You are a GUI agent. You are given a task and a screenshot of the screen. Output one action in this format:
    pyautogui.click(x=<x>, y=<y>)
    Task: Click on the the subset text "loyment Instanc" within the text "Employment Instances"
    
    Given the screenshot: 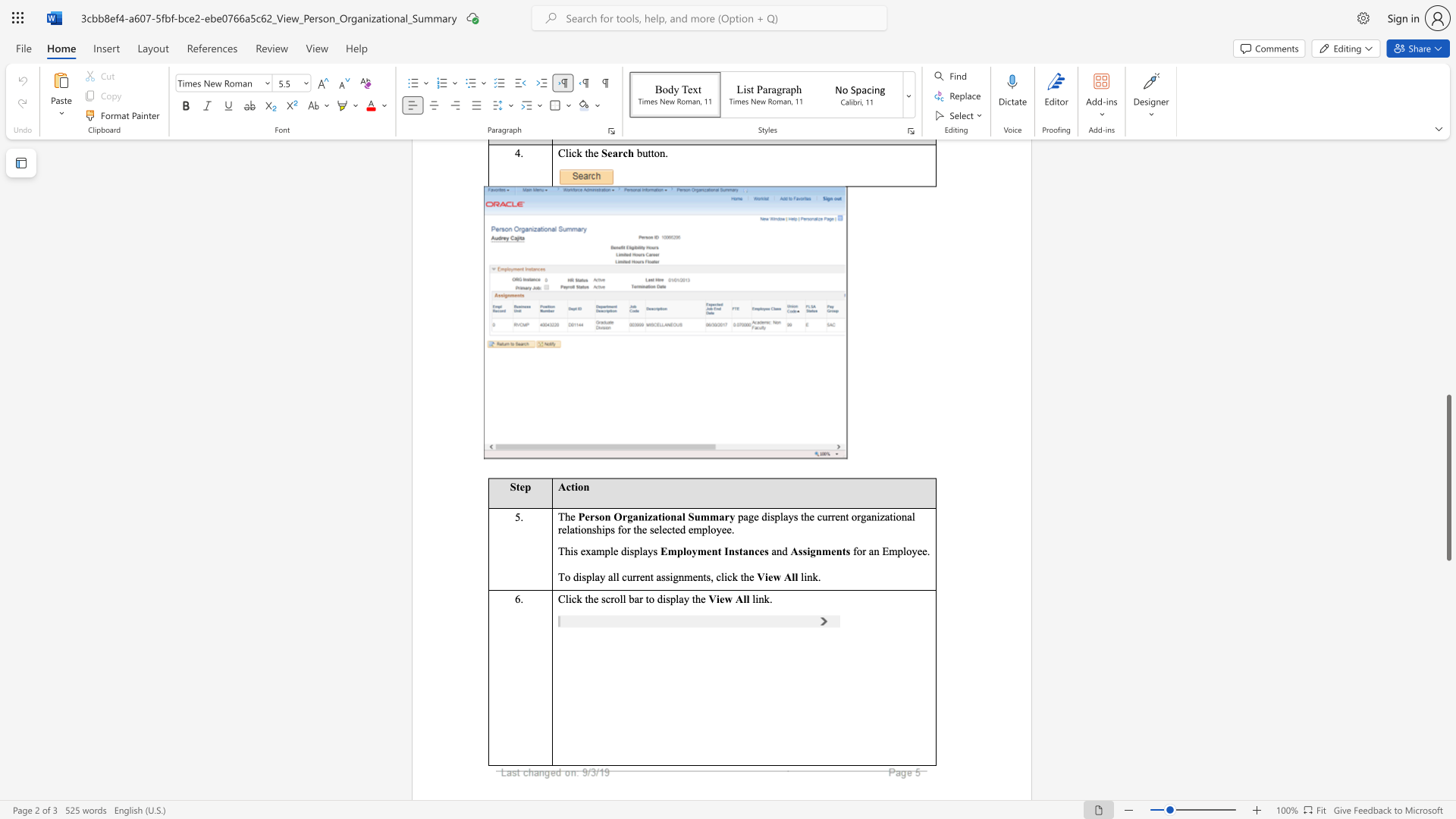 What is the action you would take?
    pyautogui.click(x=682, y=551)
    